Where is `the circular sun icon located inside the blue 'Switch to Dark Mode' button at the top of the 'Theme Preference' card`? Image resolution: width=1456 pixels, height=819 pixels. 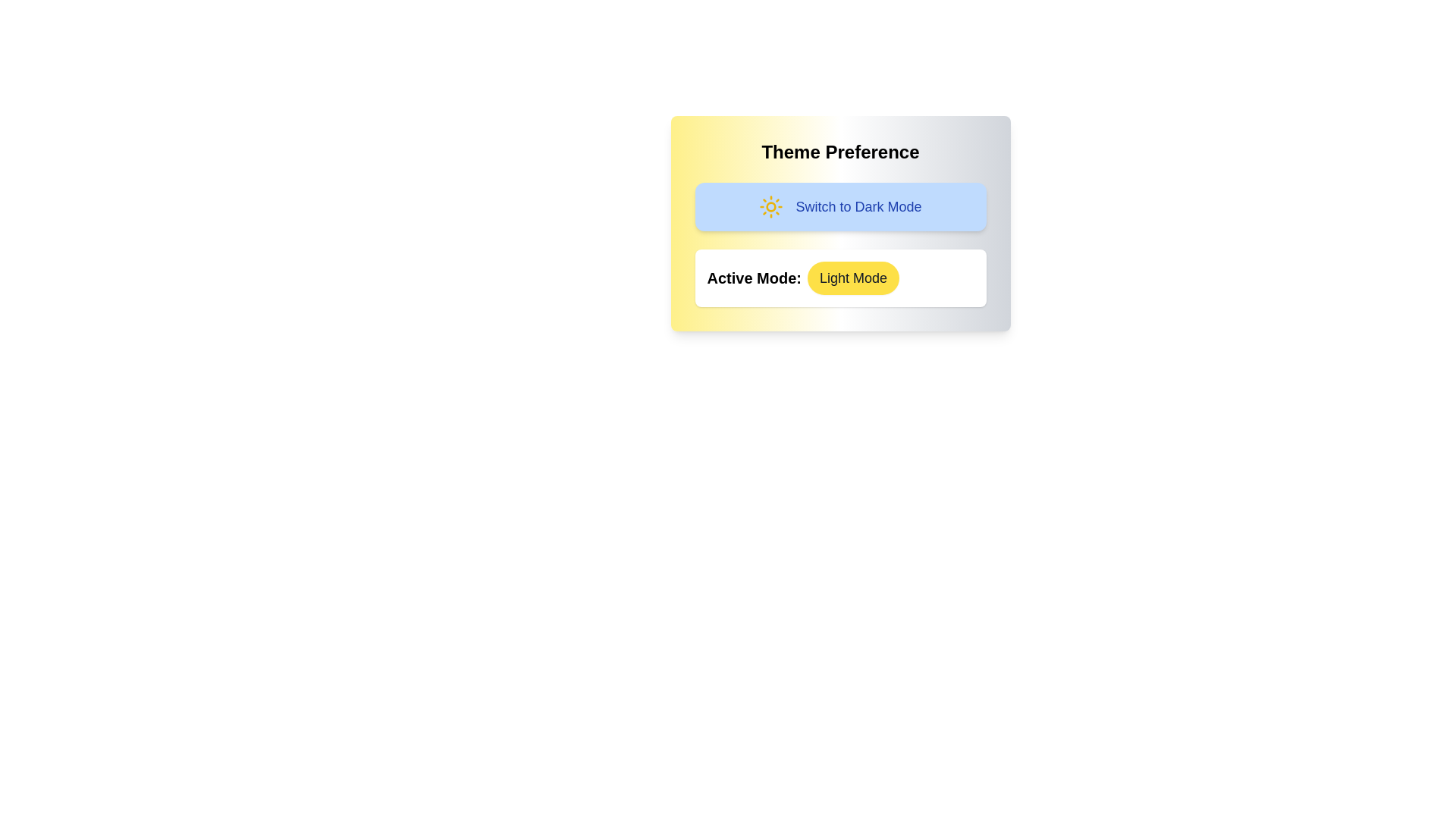 the circular sun icon located inside the blue 'Switch to Dark Mode' button at the top of the 'Theme Preference' card is located at coordinates (771, 207).